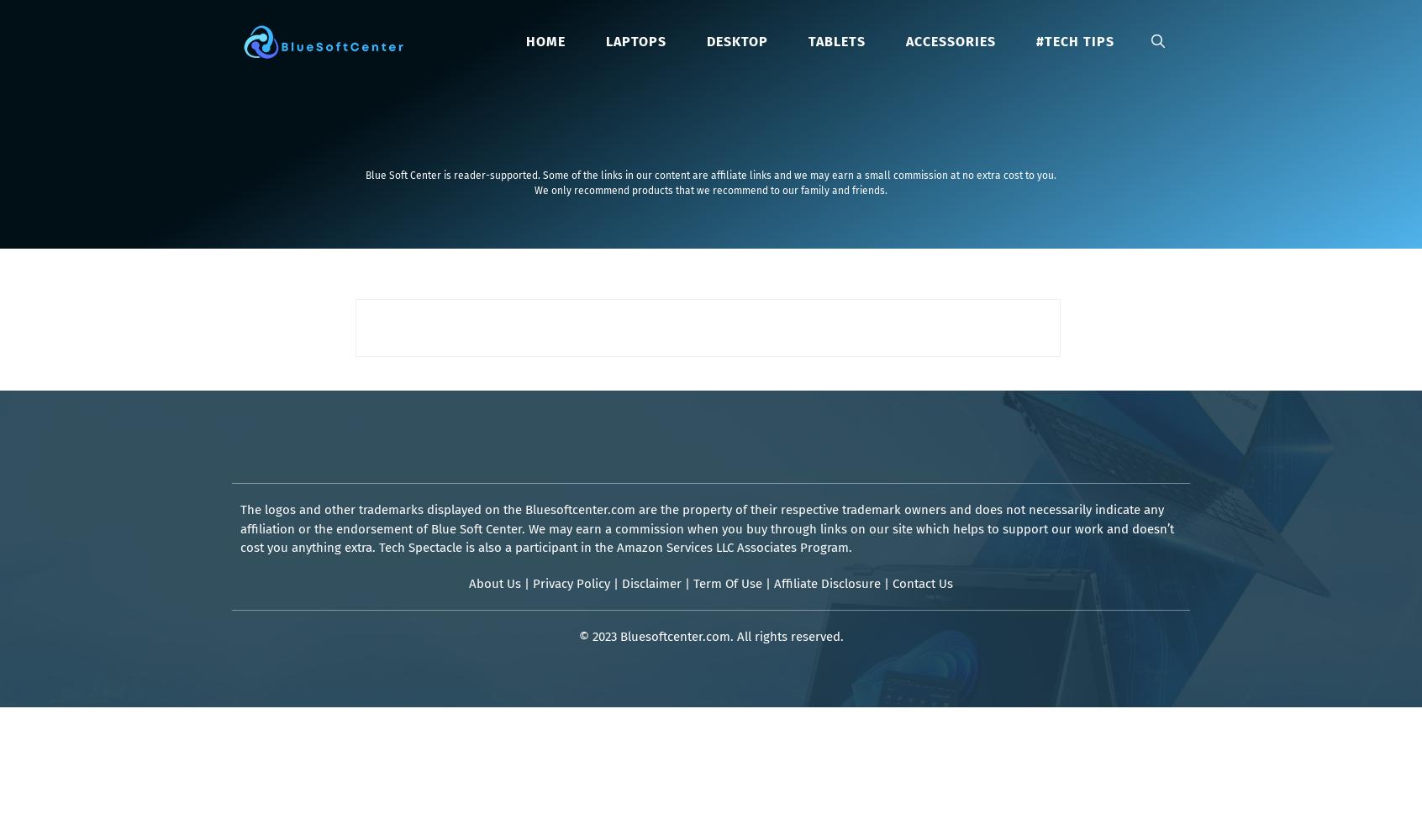  What do you see at coordinates (736, 41) in the screenshot?
I see `'Desktop'` at bounding box center [736, 41].